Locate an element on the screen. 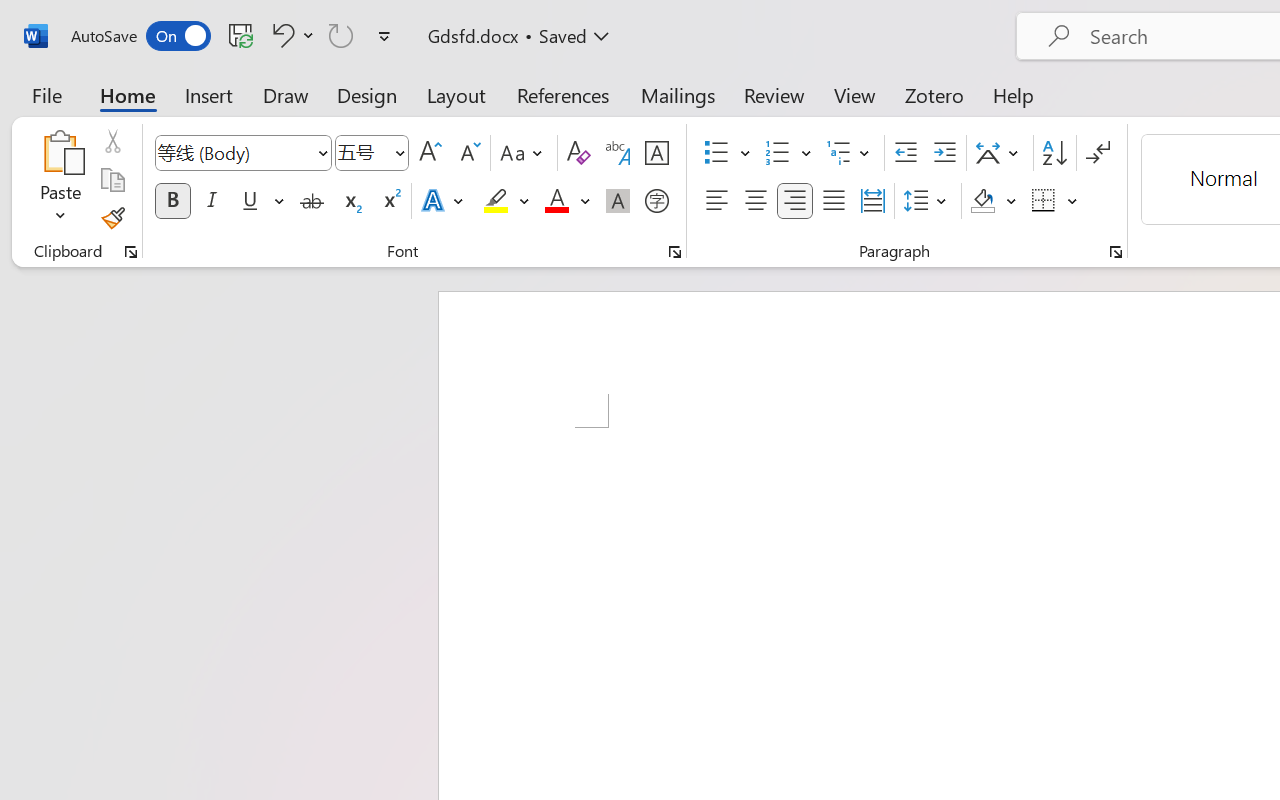  'Cut' is located at coordinates (111, 141).